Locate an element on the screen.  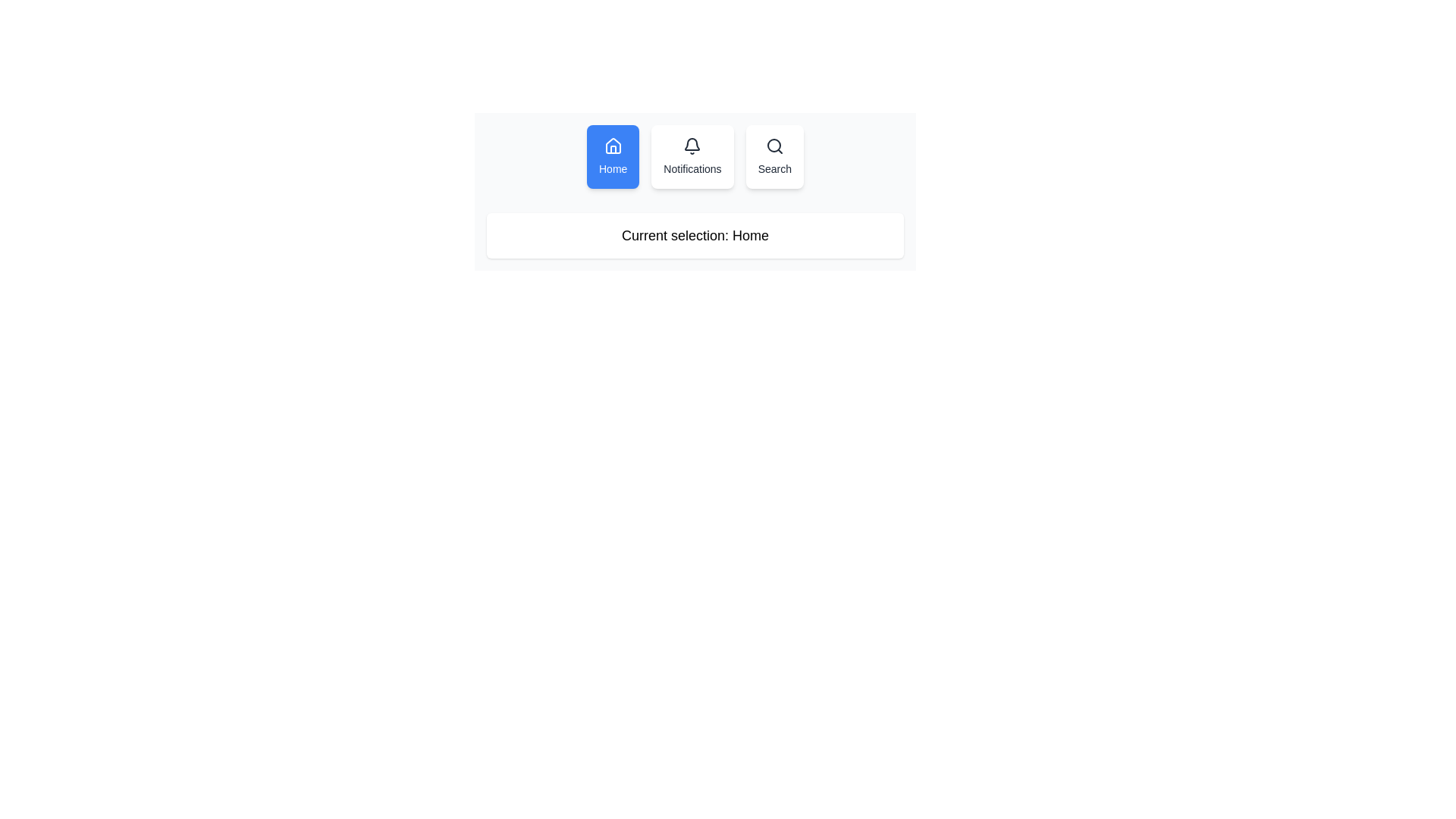
the 'Notifications' button, which features a bell icon and a label in a clean sans-serif font is located at coordinates (692, 157).